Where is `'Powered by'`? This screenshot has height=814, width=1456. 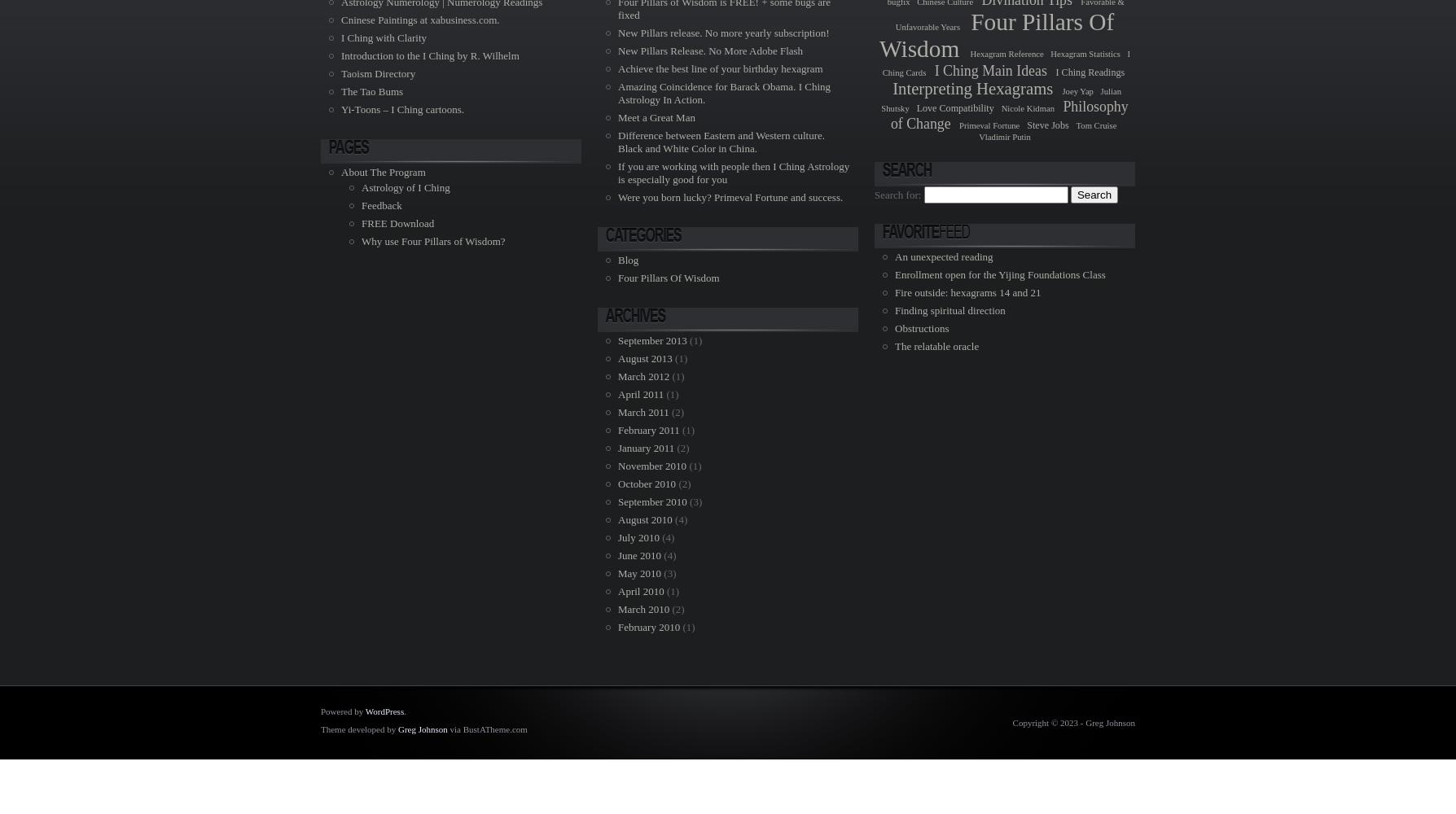
'Powered by' is located at coordinates (342, 711).